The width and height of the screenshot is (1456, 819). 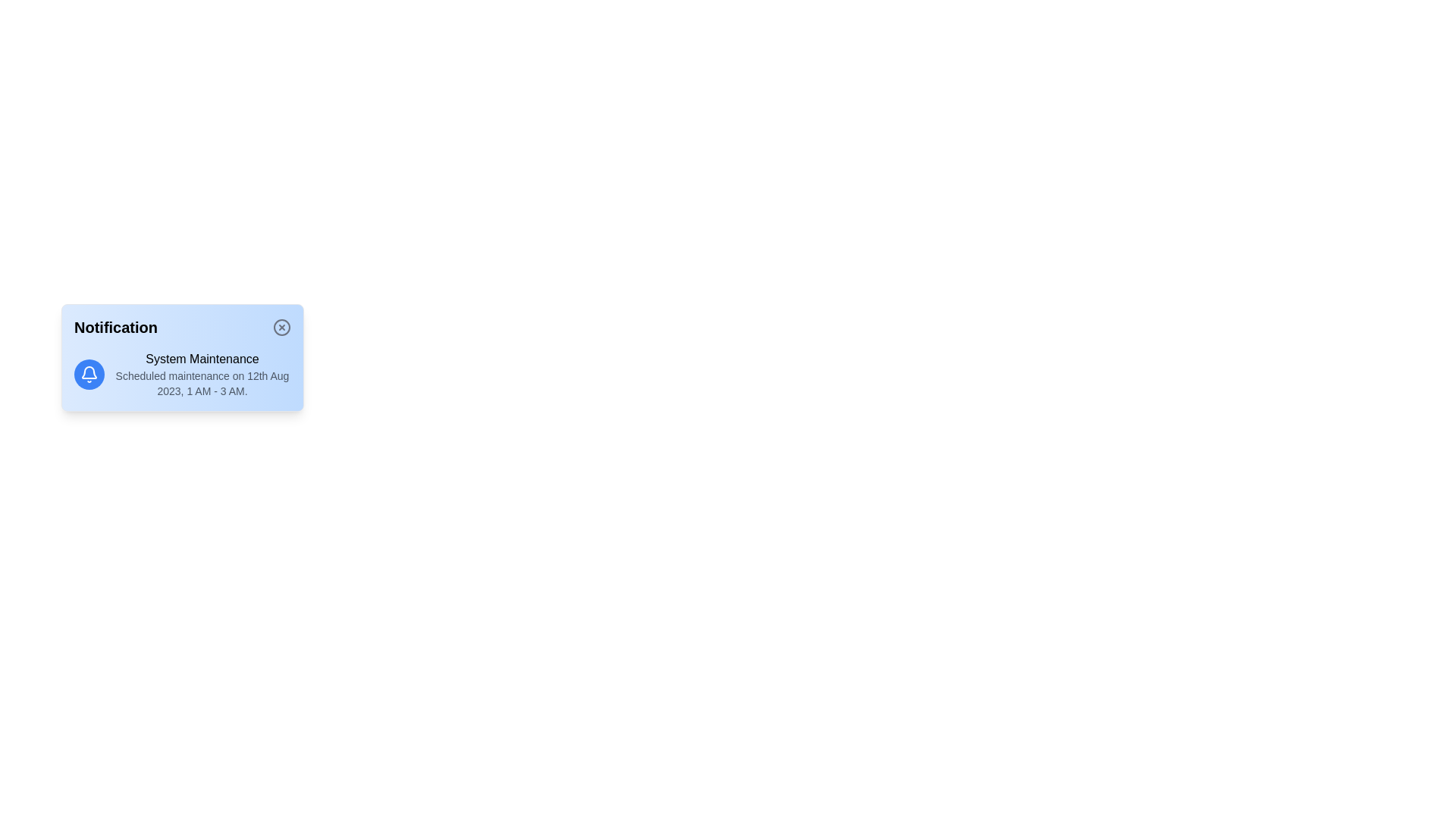 What do you see at coordinates (282, 327) in the screenshot?
I see `the circular close button icon located in the top-right corner of the notification card` at bounding box center [282, 327].